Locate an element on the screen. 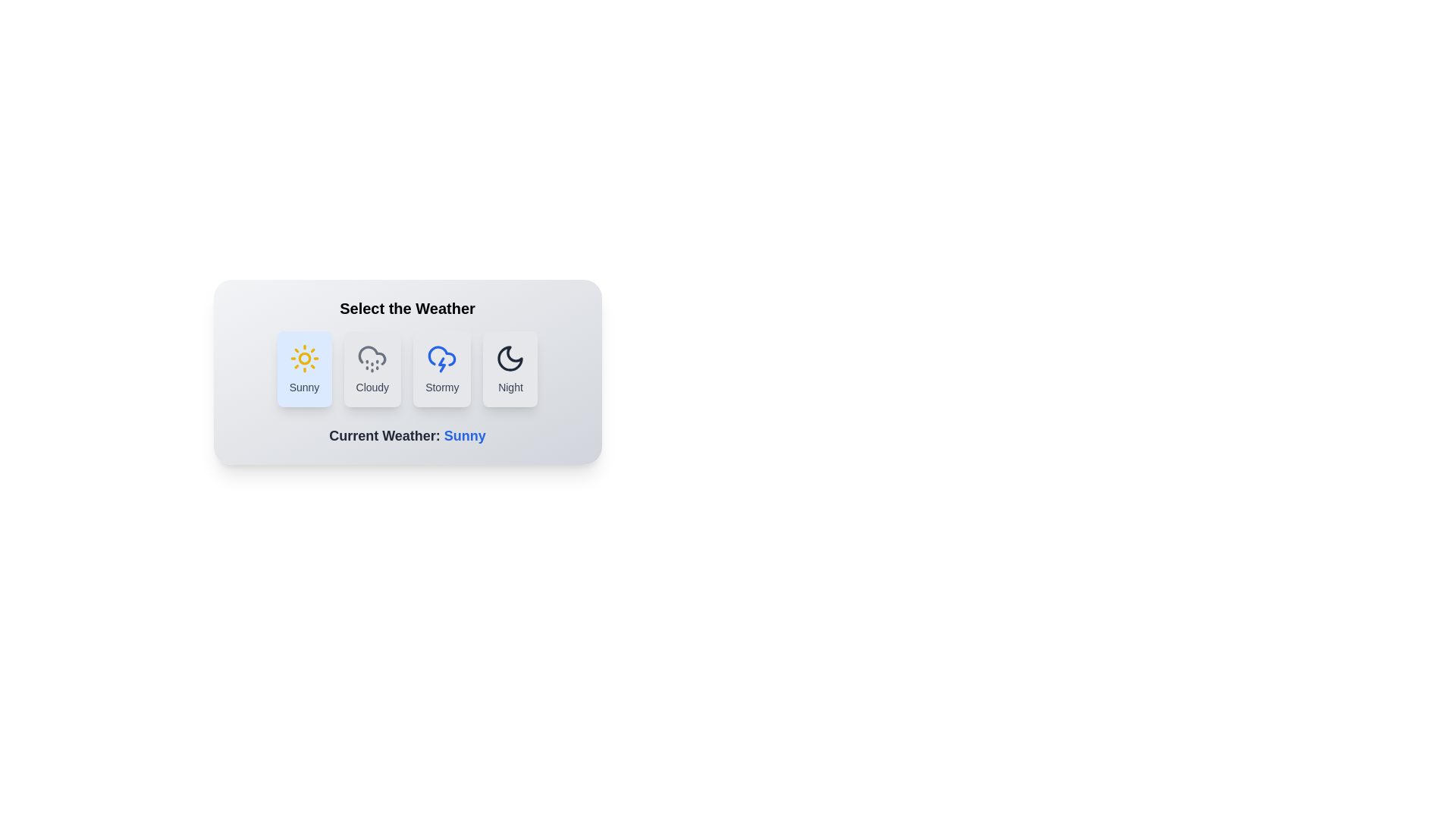  the Cloudy button to select the corresponding weather option is located at coordinates (372, 369).